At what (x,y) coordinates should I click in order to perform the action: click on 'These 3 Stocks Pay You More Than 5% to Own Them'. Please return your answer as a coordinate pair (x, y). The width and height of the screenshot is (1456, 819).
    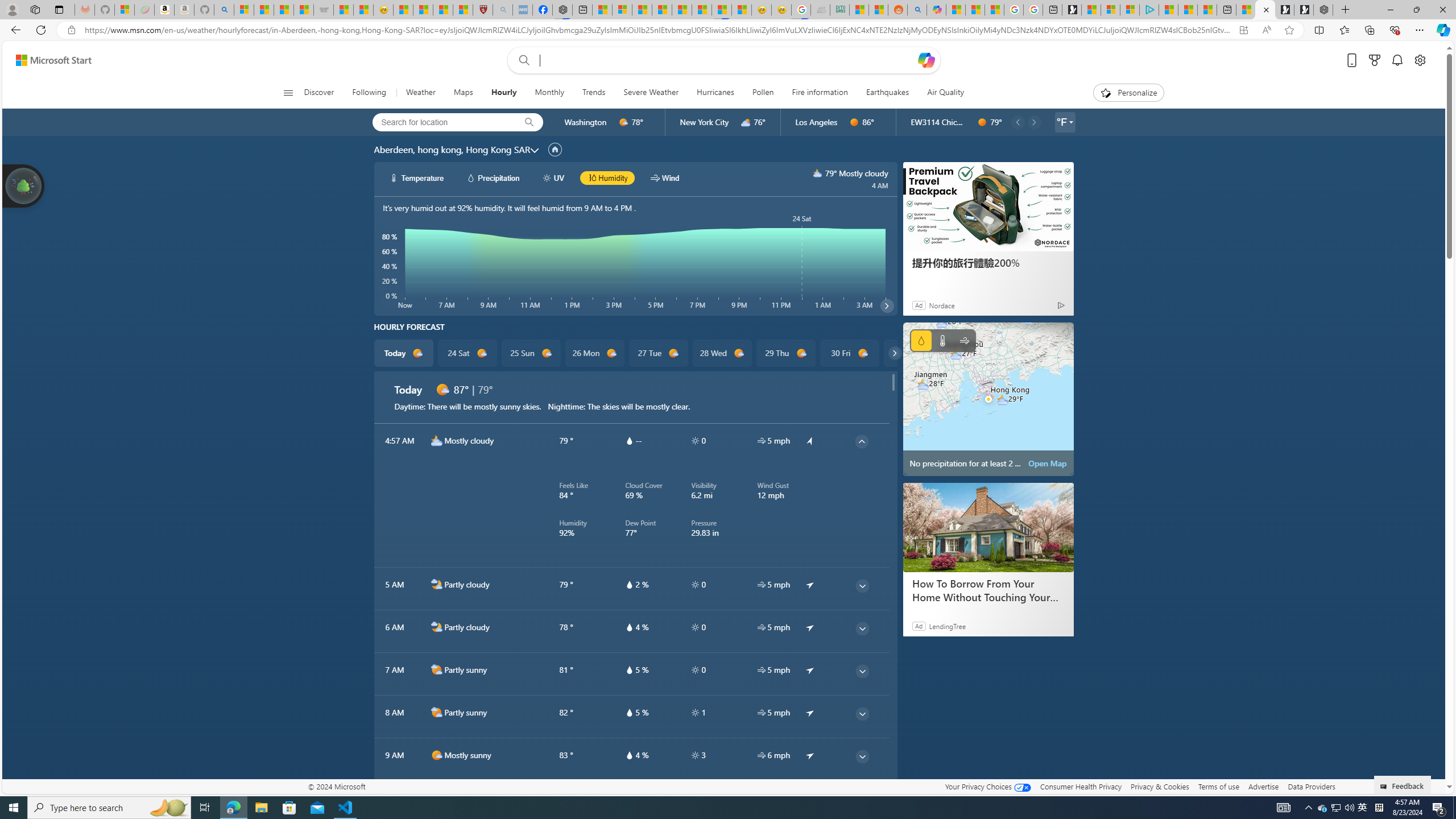
    Looking at the image, I should click on (1206, 9).